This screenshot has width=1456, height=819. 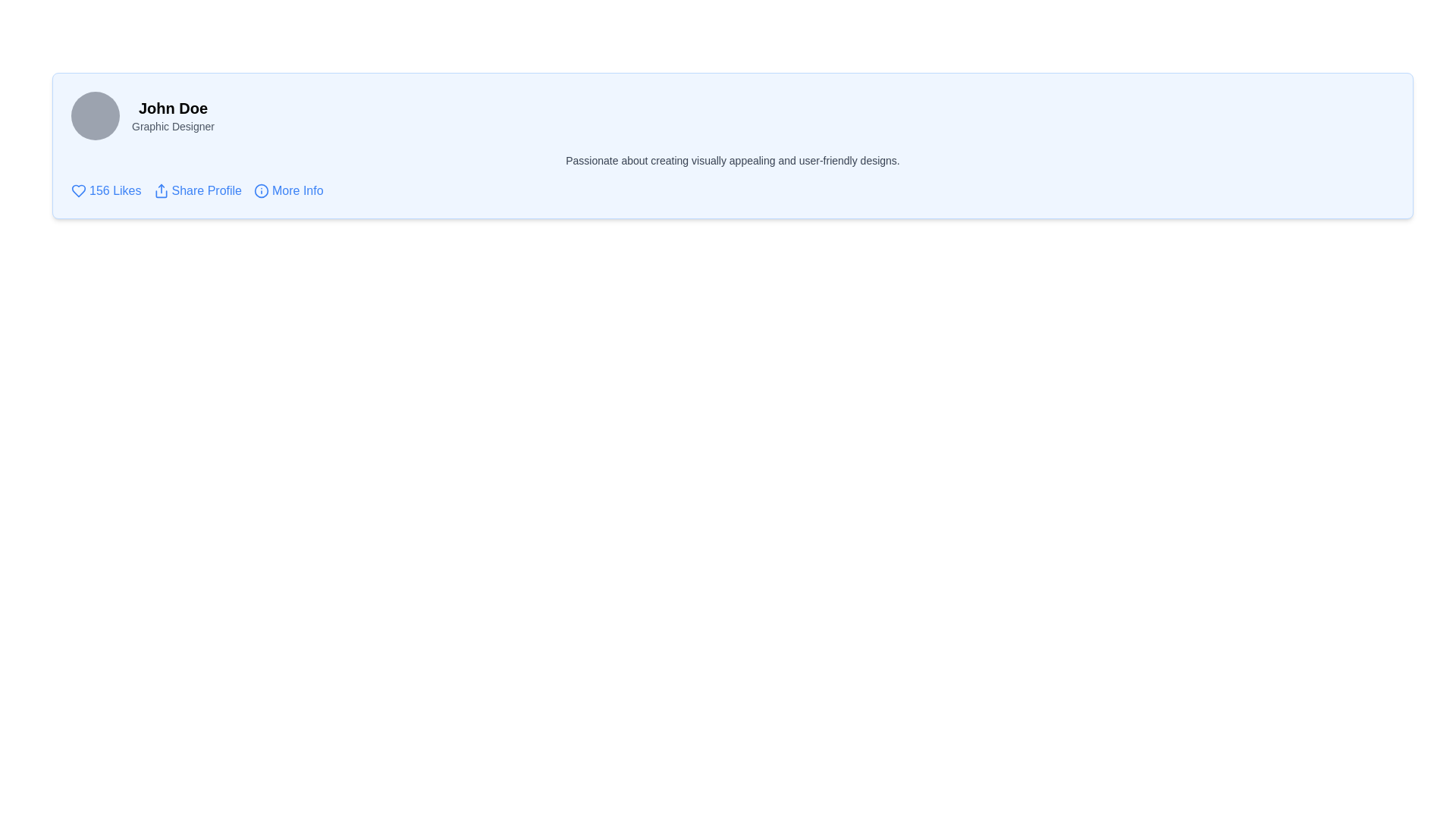 I want to click on the heart icon outlined in blue that precedes the '156 Likes' text to like the post, so click(x=78, y=190).